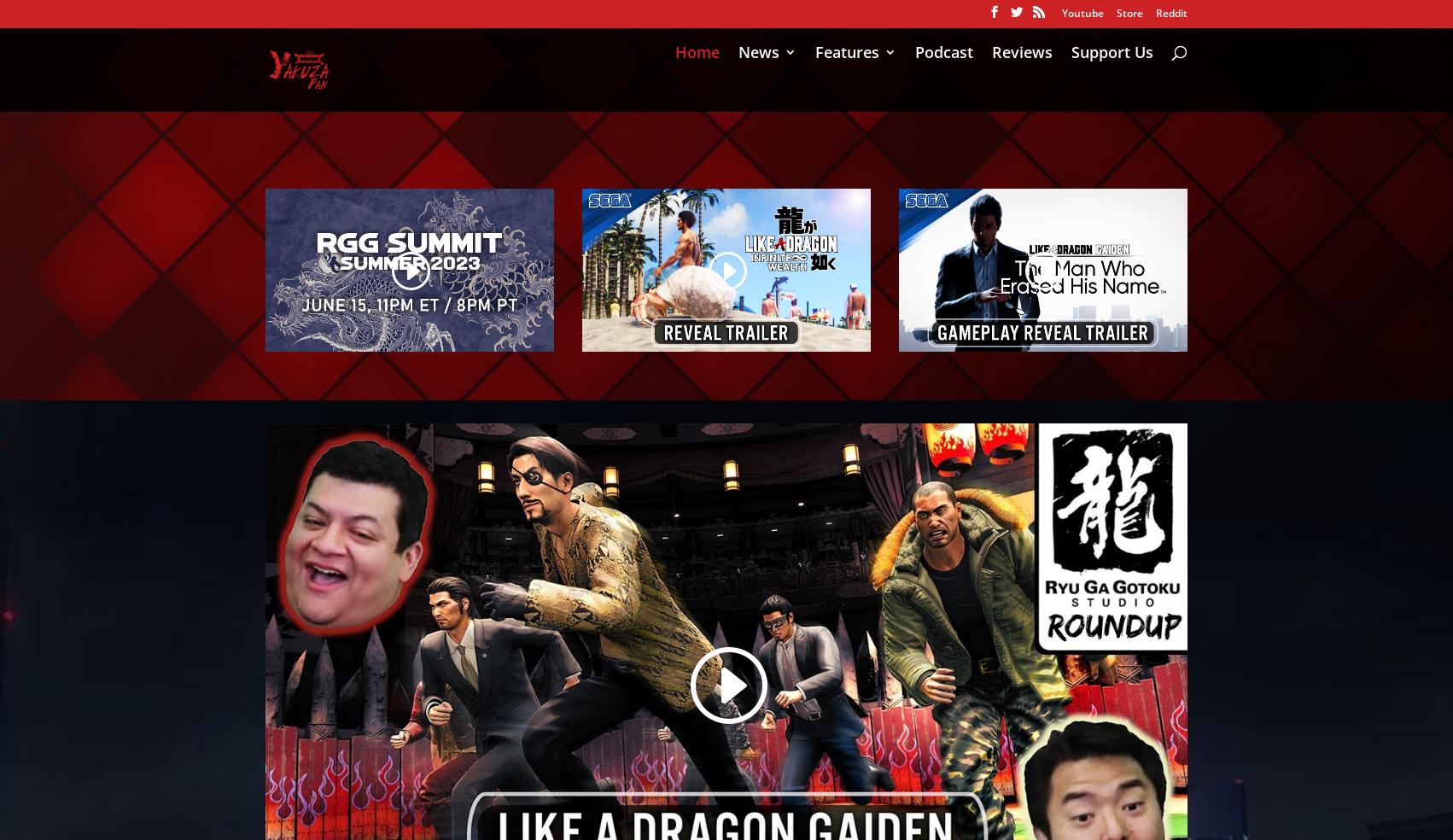  What do you see at coordinates (1022, 86) in the screenshot?
I see `'Reviews'` at bounding box center [1022, 86].